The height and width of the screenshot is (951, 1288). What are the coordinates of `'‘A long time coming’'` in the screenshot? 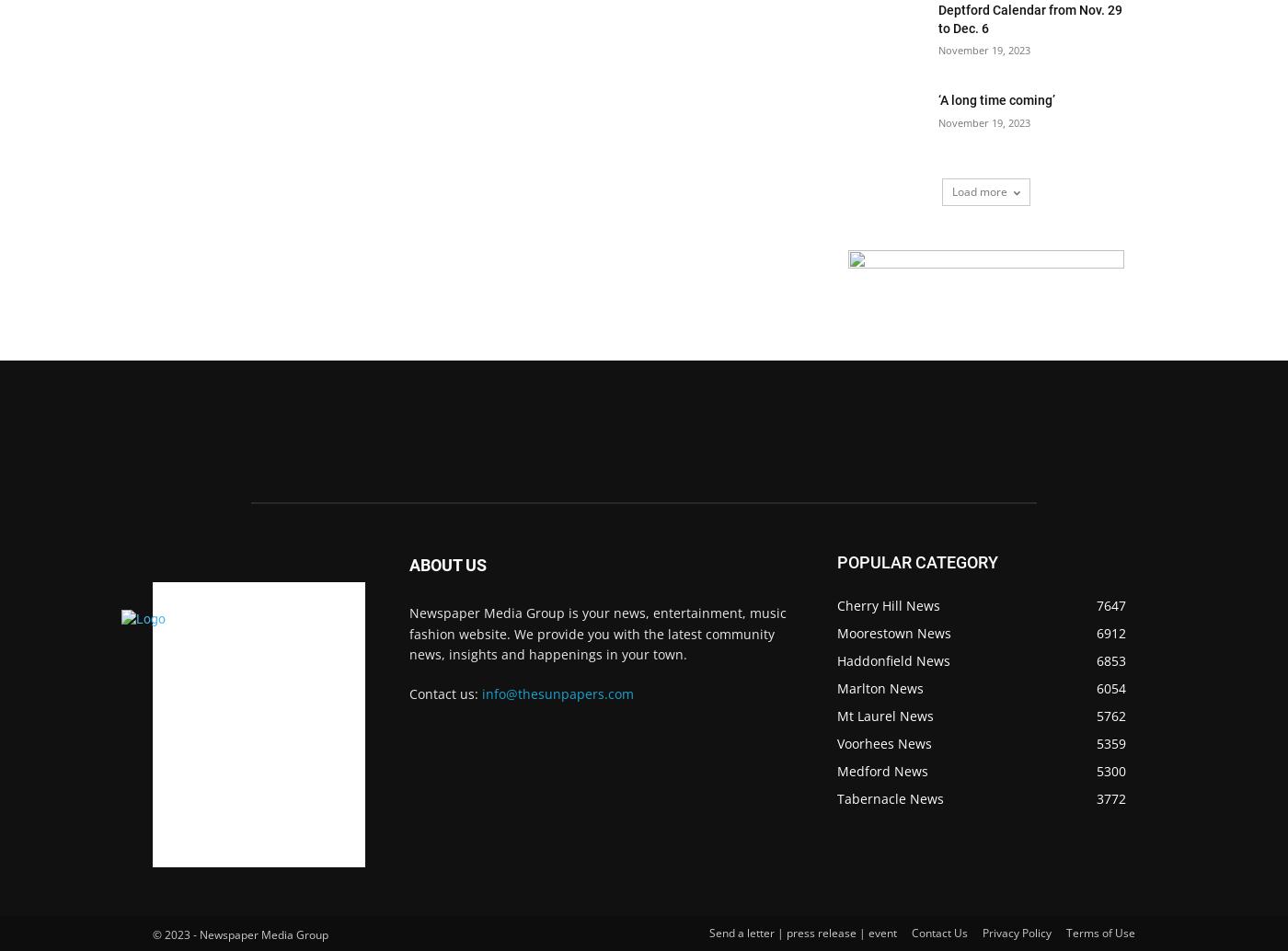 It's located at (996, 99).